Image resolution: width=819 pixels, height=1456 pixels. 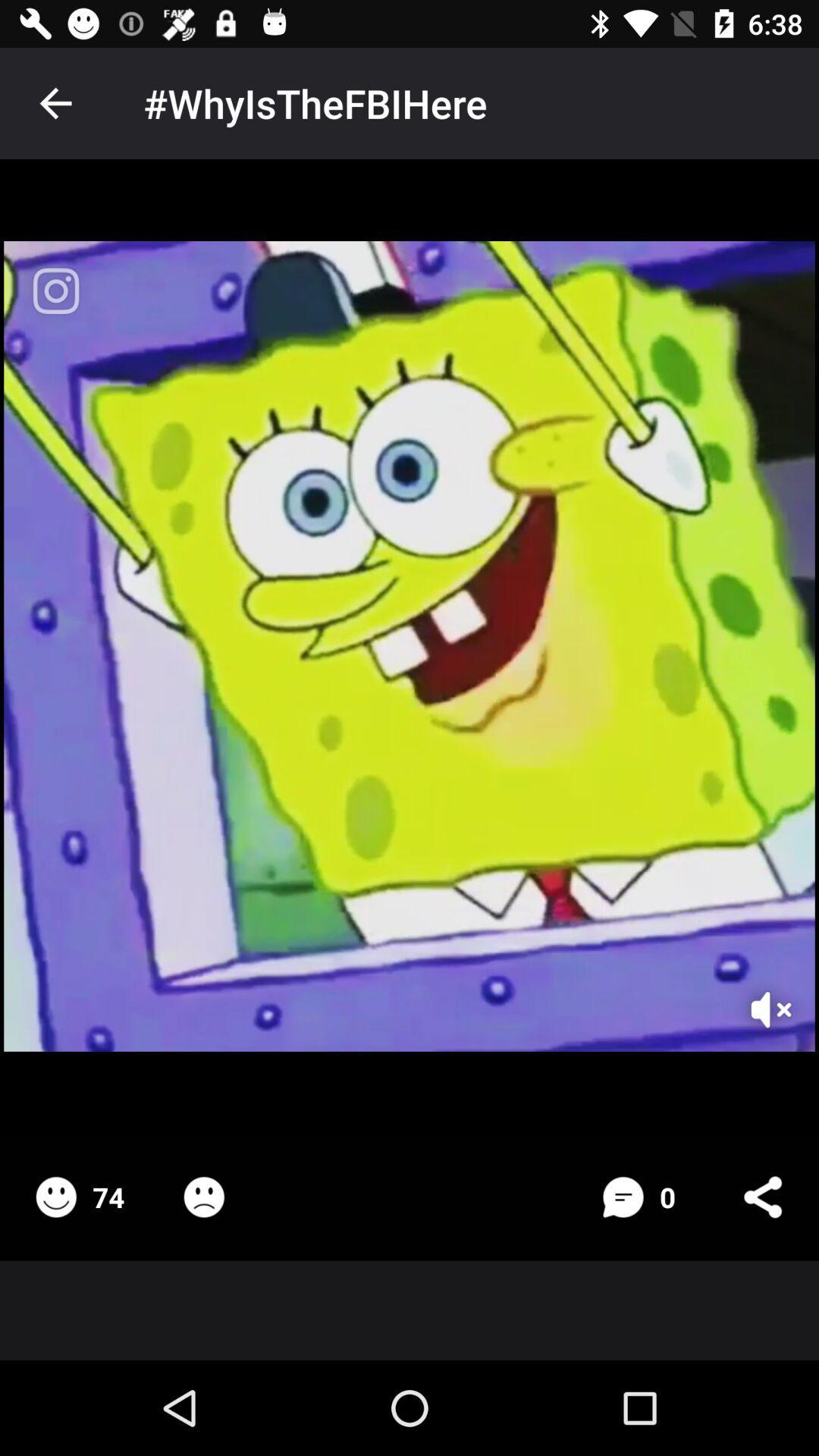 What do you see at coordinates (751, 990) in the screenshot?
I see `the volume icon` at bounding box center [751, 990].